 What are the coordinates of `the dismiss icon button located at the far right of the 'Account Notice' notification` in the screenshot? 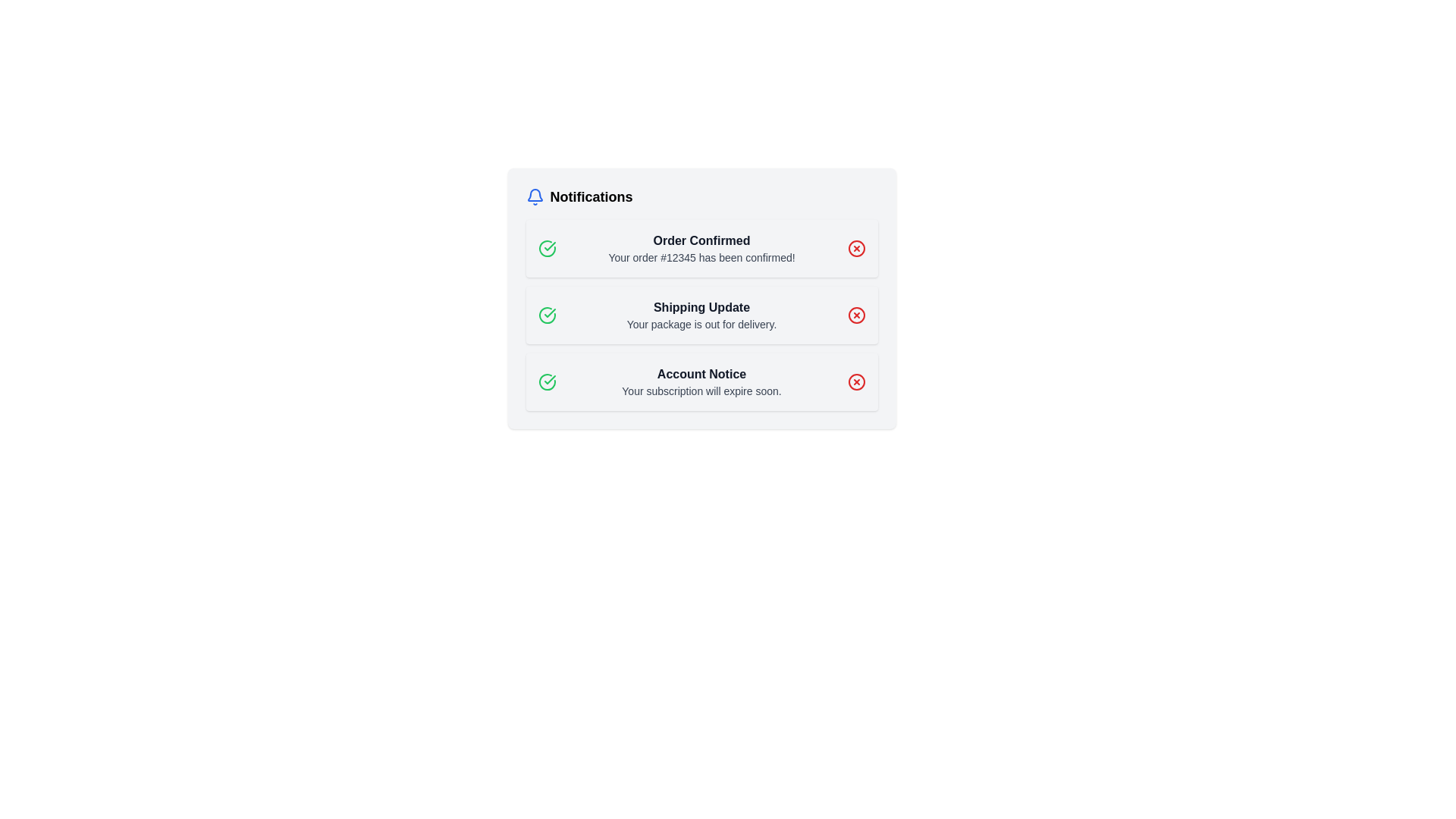 It's located at (856, 381).